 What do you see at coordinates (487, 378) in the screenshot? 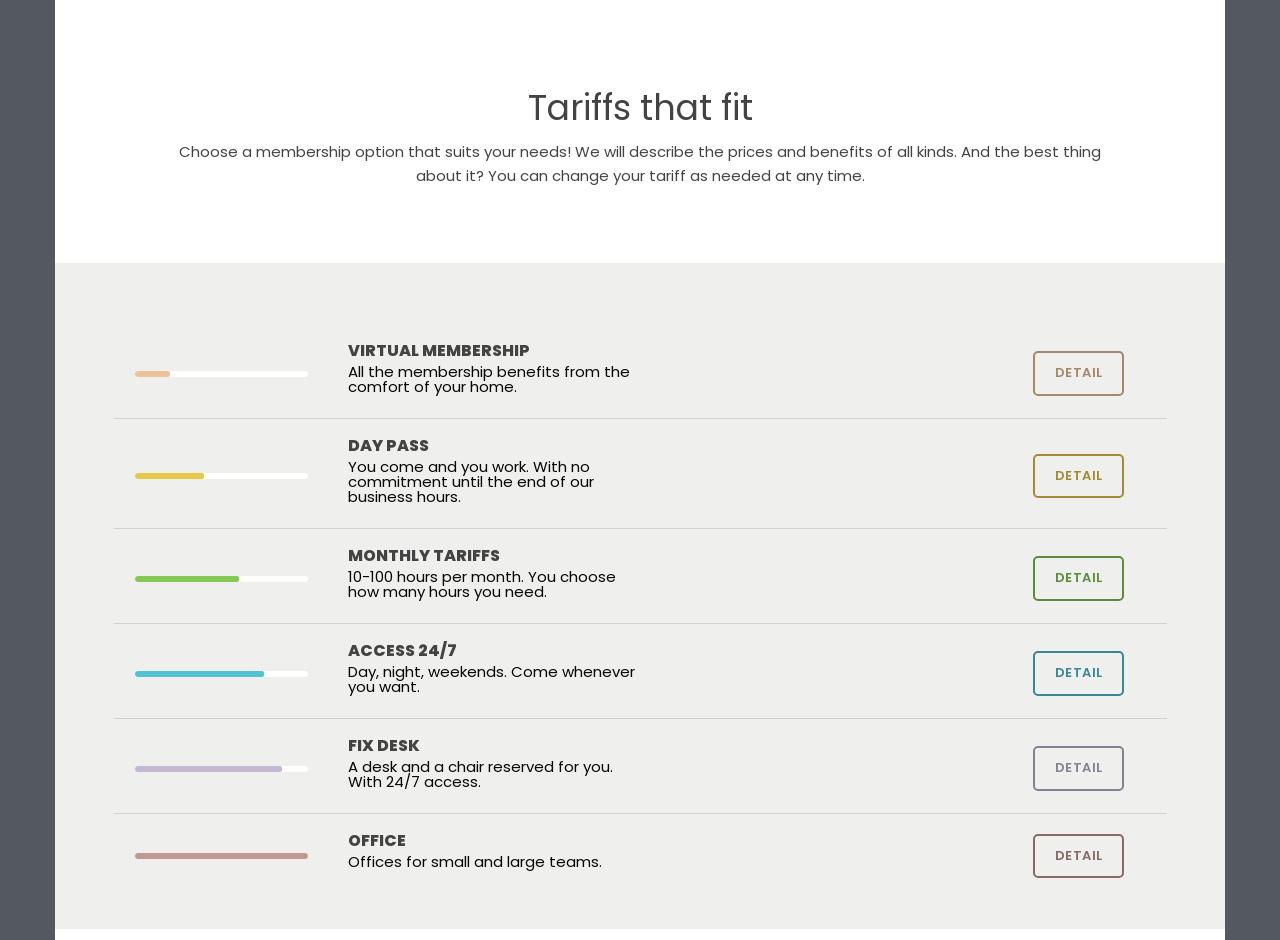
I see `'All the membership benefits from the comfort of your home.'` at bounding box center [487, 378].